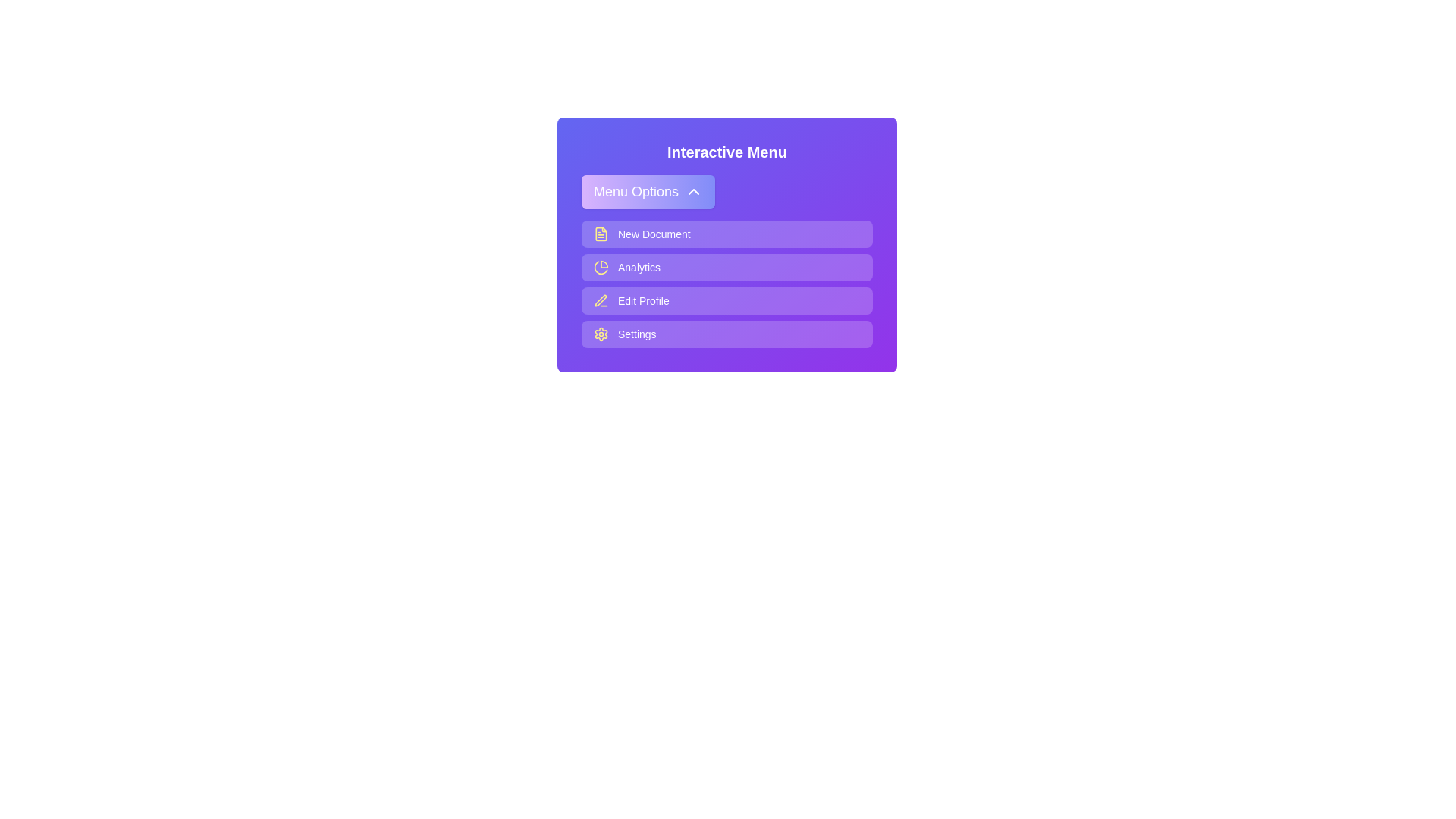  I want to click on the pen icon located in the 'Edit Profile' section of the menu options, which serves as a visual cue for editing, so click(600, 300).